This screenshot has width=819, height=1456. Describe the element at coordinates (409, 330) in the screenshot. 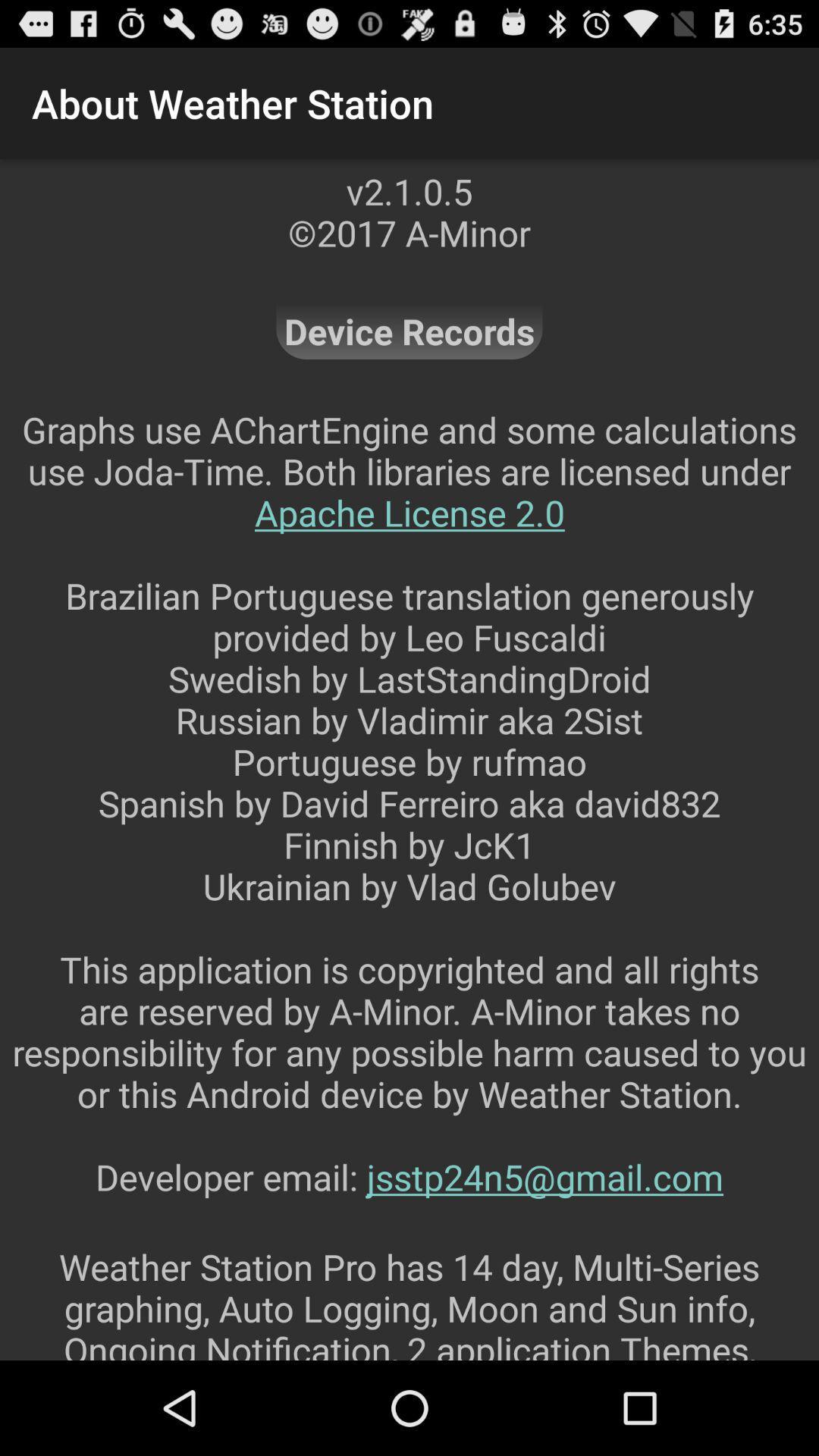

I see `the app below v2 1 0` at that location.